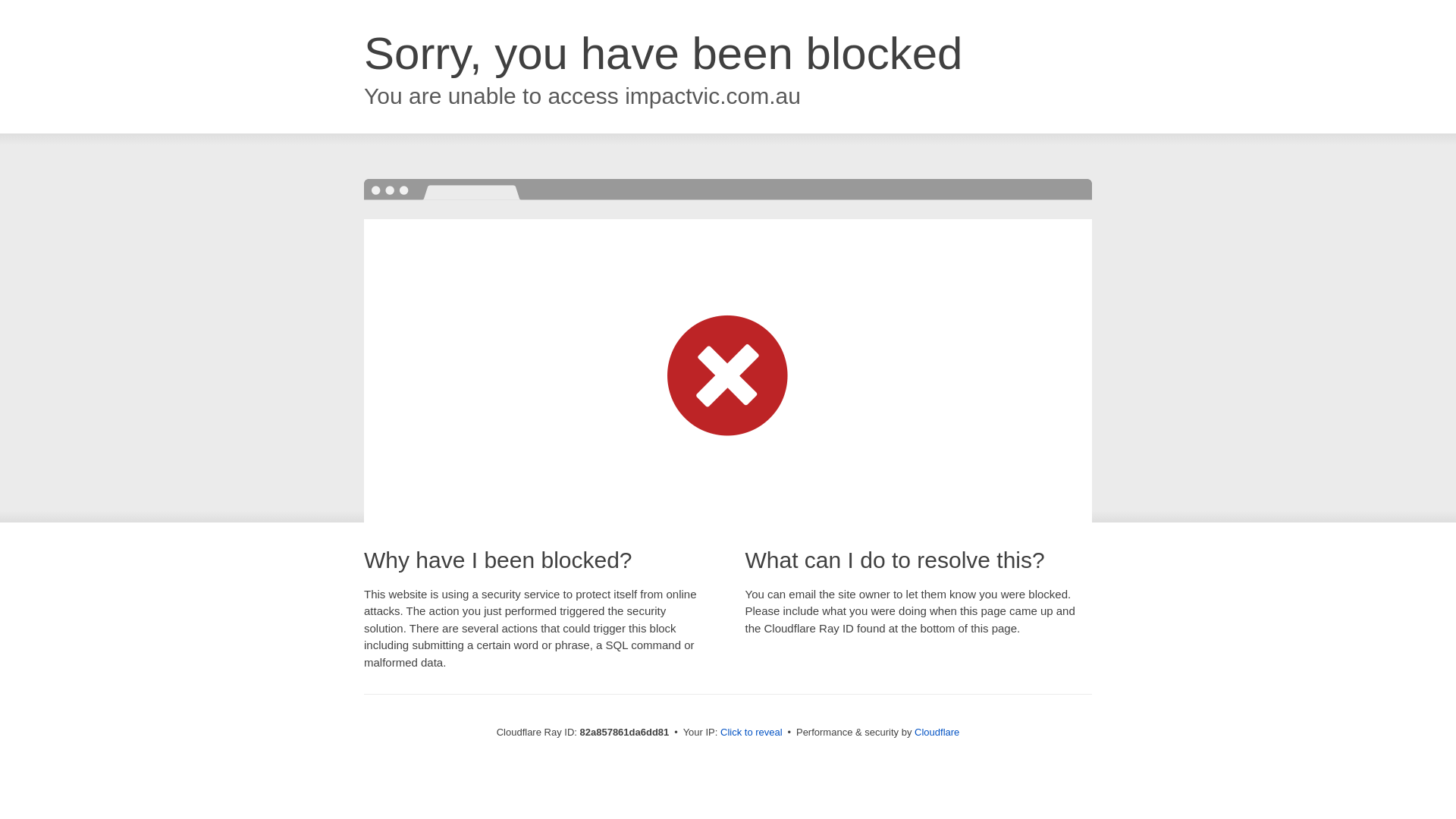  What do you see at coordinates (751, 731) in the screenshot?
I see `'Click to reveal'` at bounding box center [751, 731].